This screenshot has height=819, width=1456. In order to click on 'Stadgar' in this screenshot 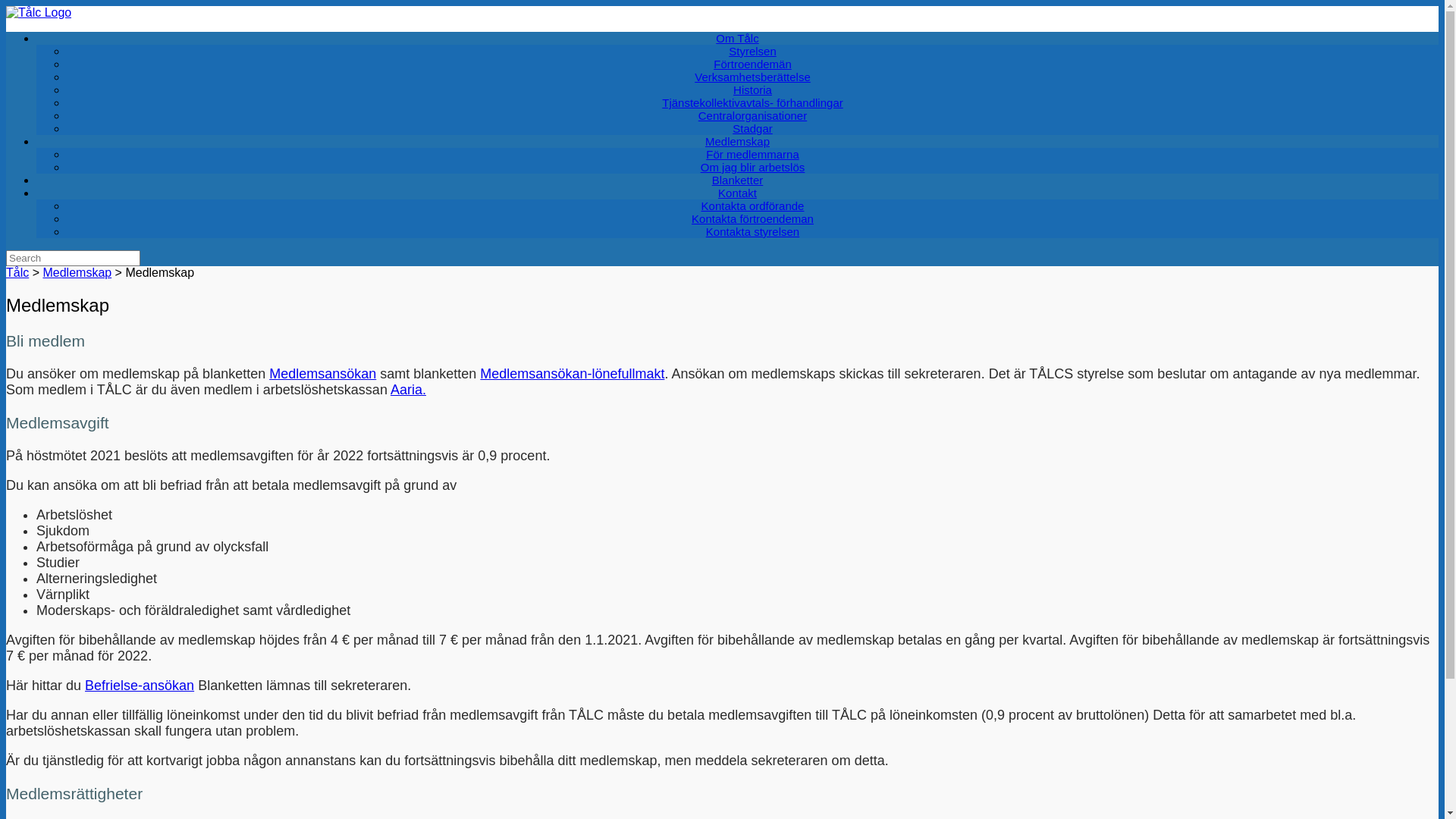, I will do `click(752, 127)`.